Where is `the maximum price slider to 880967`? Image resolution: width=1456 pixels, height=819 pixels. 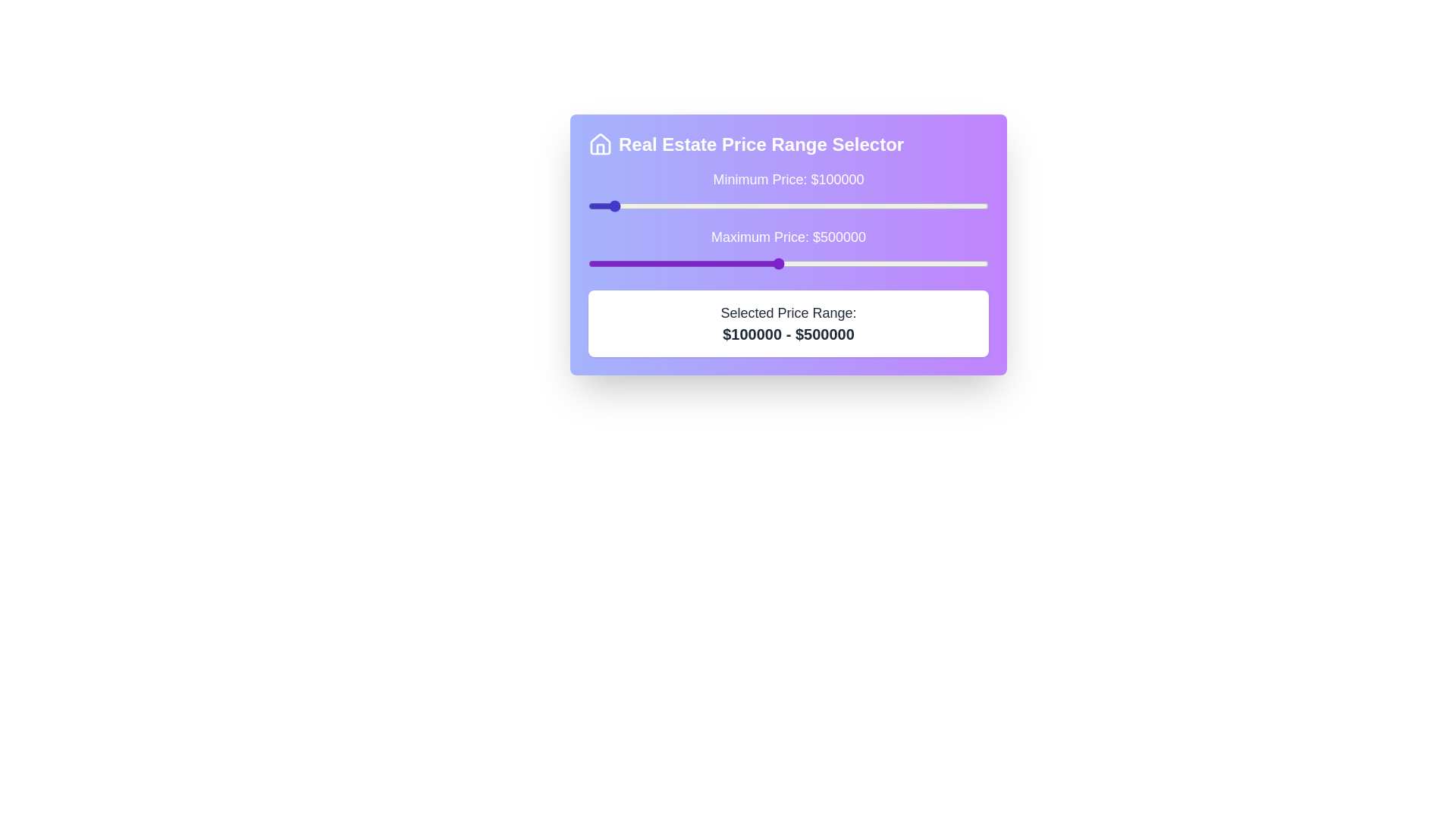
the maximum price slider to 880967 is located at coordinates (937, 262).